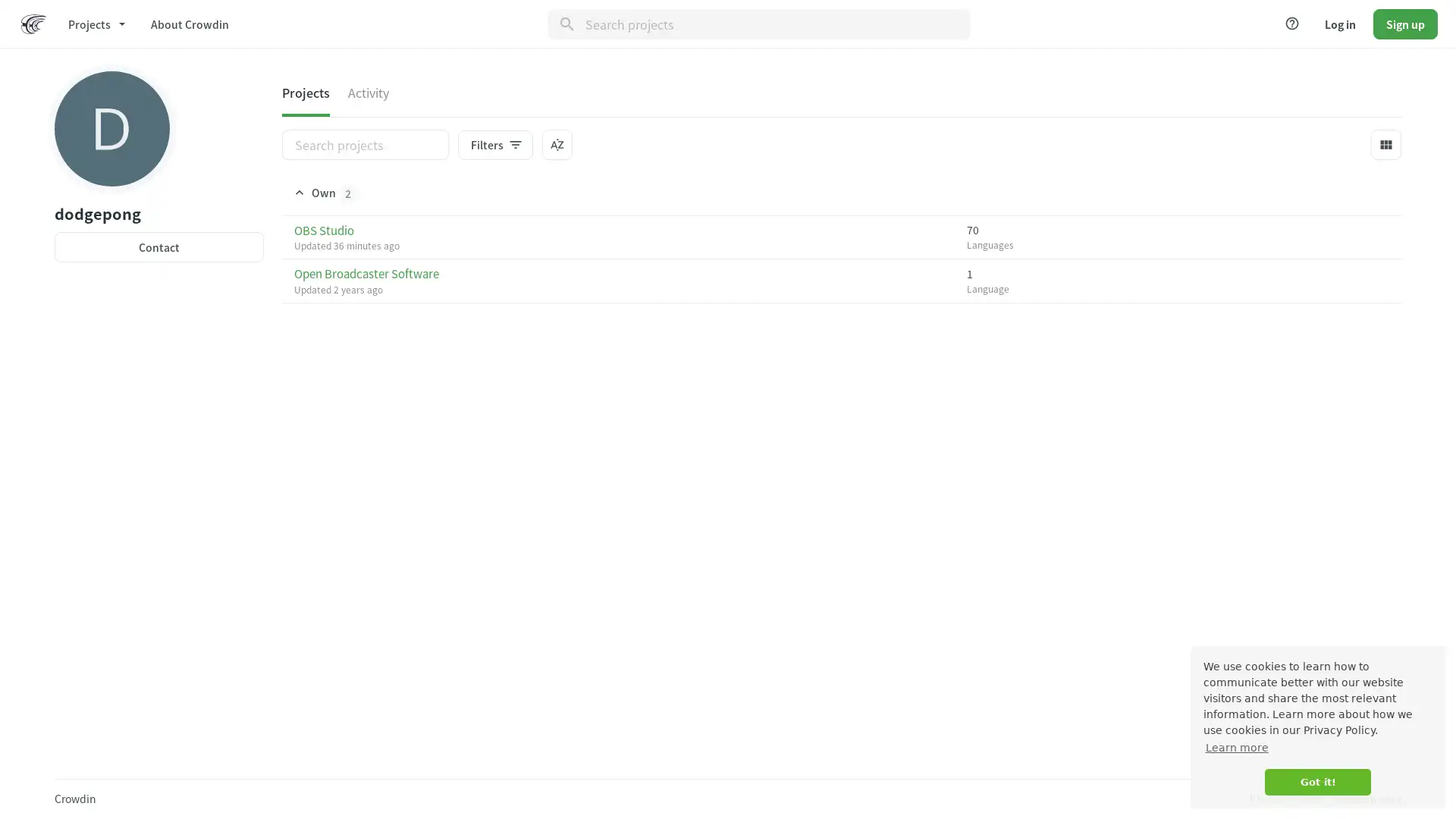  I want to click on view_module, so click(1385, 145).